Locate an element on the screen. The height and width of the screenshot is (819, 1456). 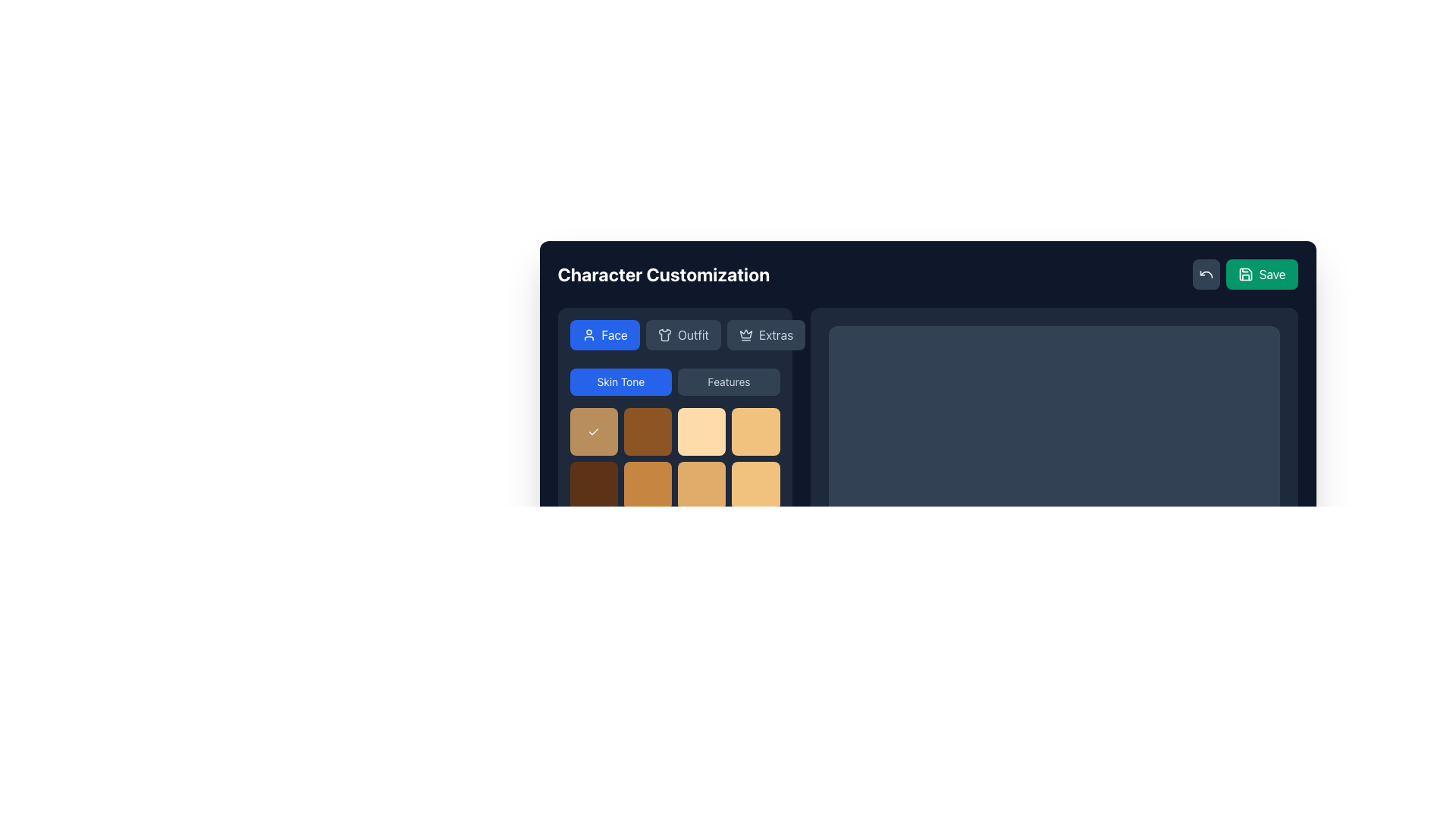
the fourth selectable option in the top row of the grid is located at coordinates (756, 431).